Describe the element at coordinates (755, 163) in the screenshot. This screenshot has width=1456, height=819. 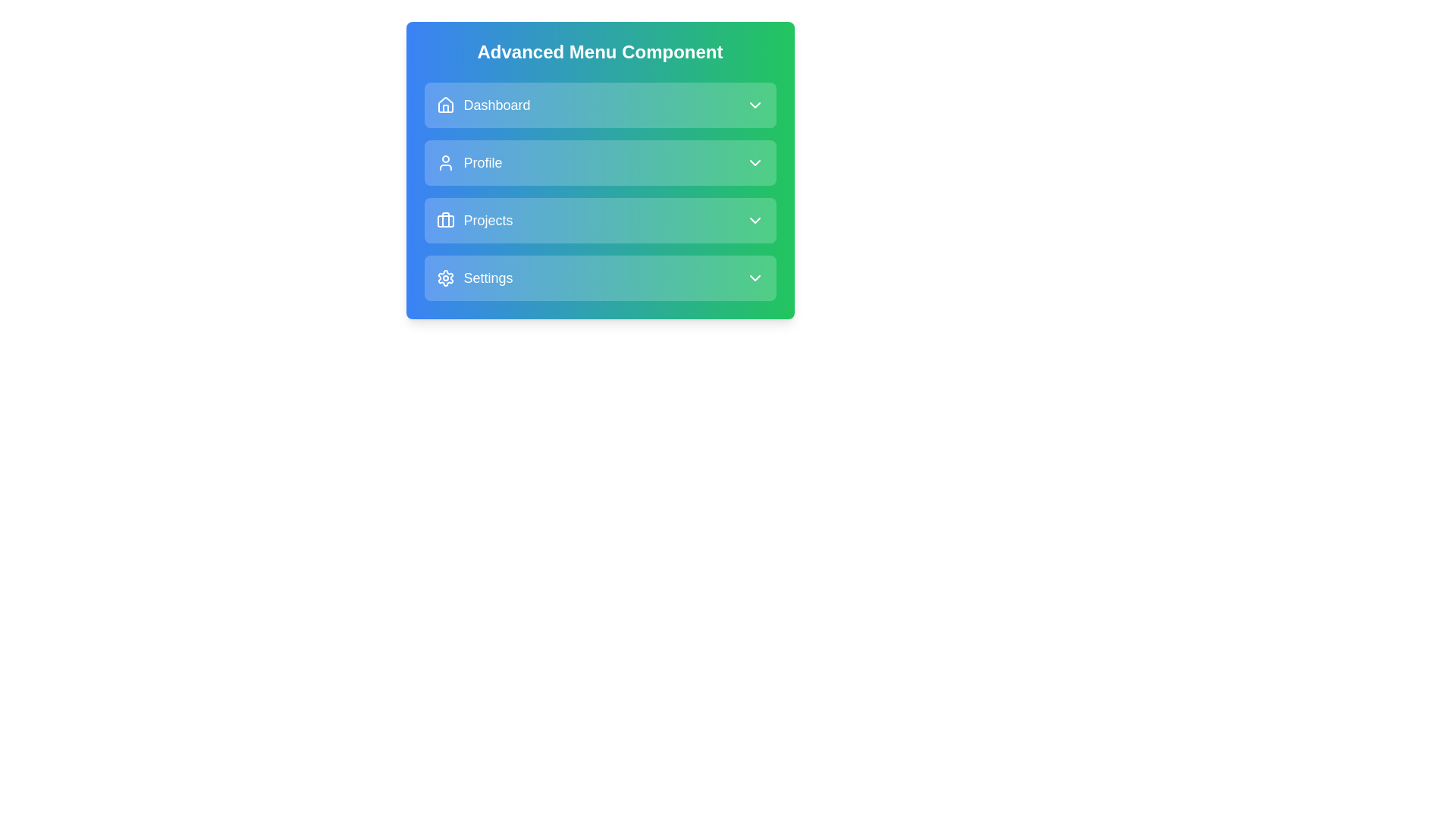
I see `the downward chevron icon next to the 'Profile' label` at that location.